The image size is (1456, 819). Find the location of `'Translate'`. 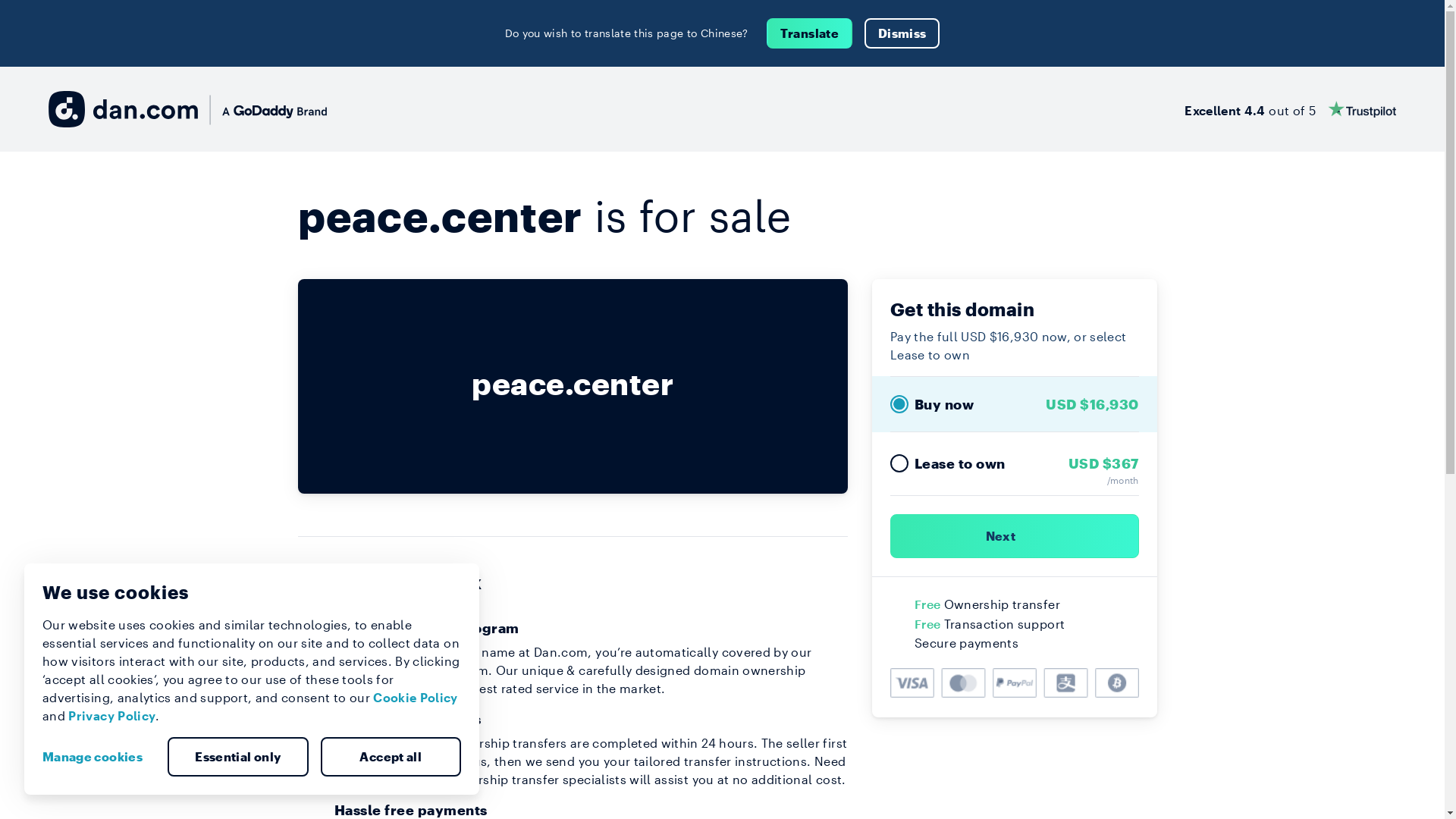

'Translate' is located at coordinates (808, 33).